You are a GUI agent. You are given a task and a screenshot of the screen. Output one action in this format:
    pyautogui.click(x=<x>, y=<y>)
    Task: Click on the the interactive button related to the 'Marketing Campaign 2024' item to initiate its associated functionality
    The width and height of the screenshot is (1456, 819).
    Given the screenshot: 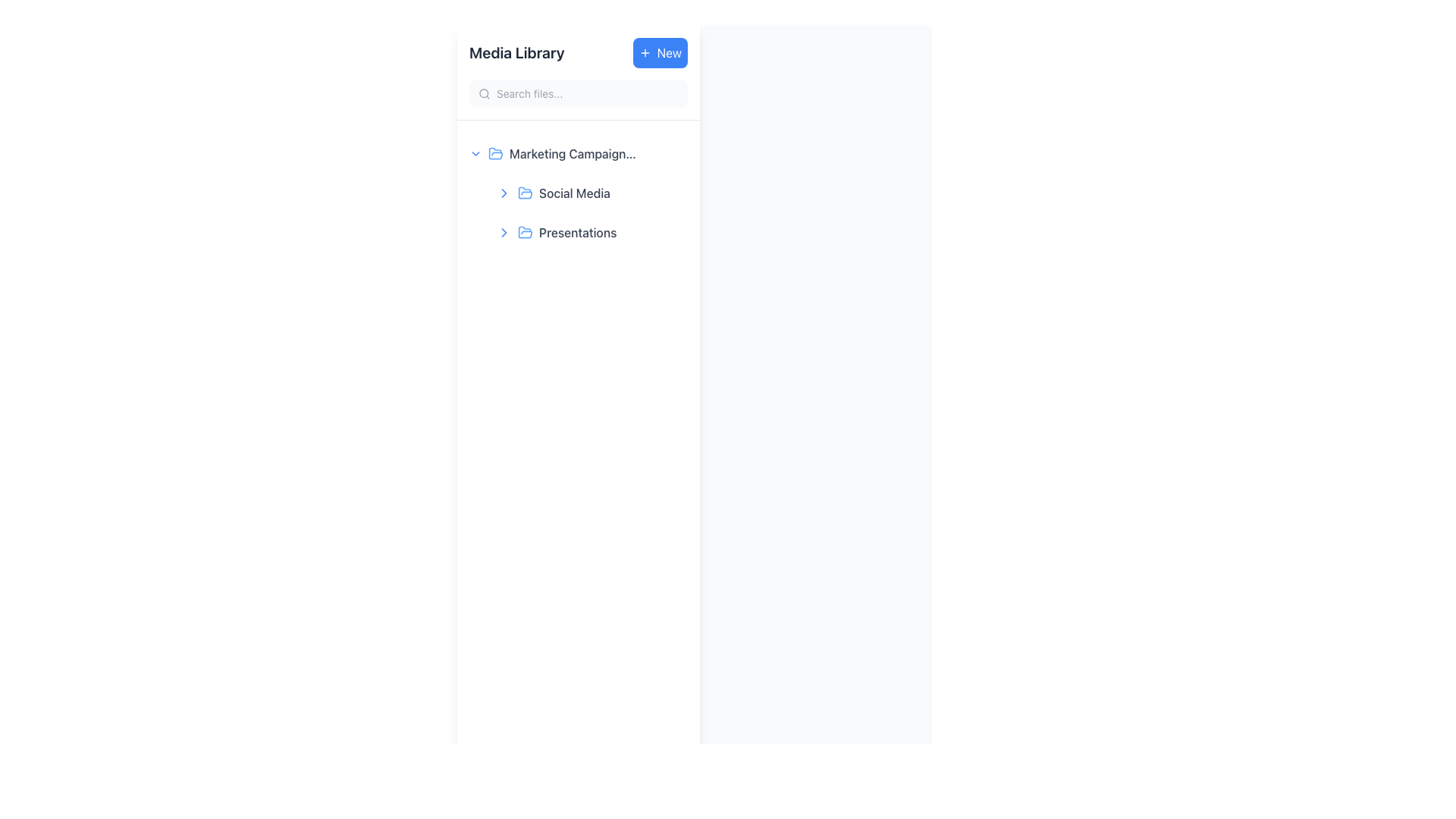 What is the action you would take?
    pyautogui.click(x=657, y=154)
    